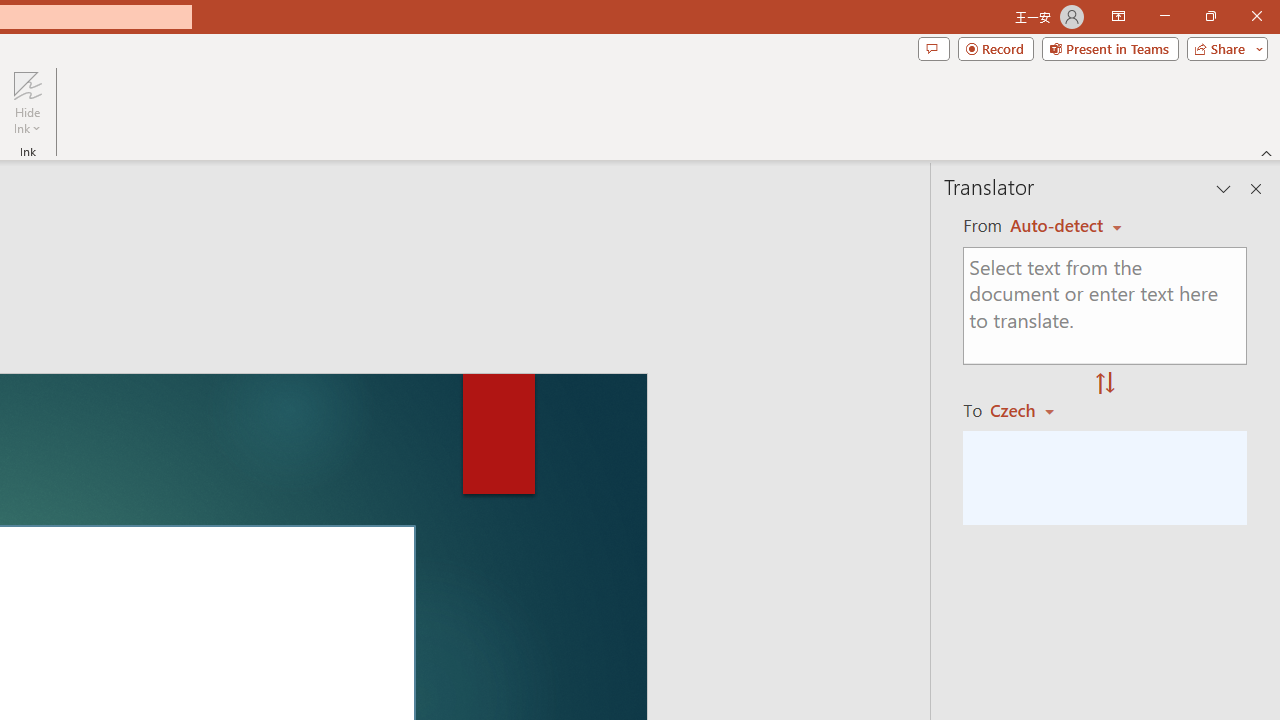  What do you see at coordinates (1209, 16) in the screenshot?
I see `'Restore Down'` at bounding box center [1209, 16].